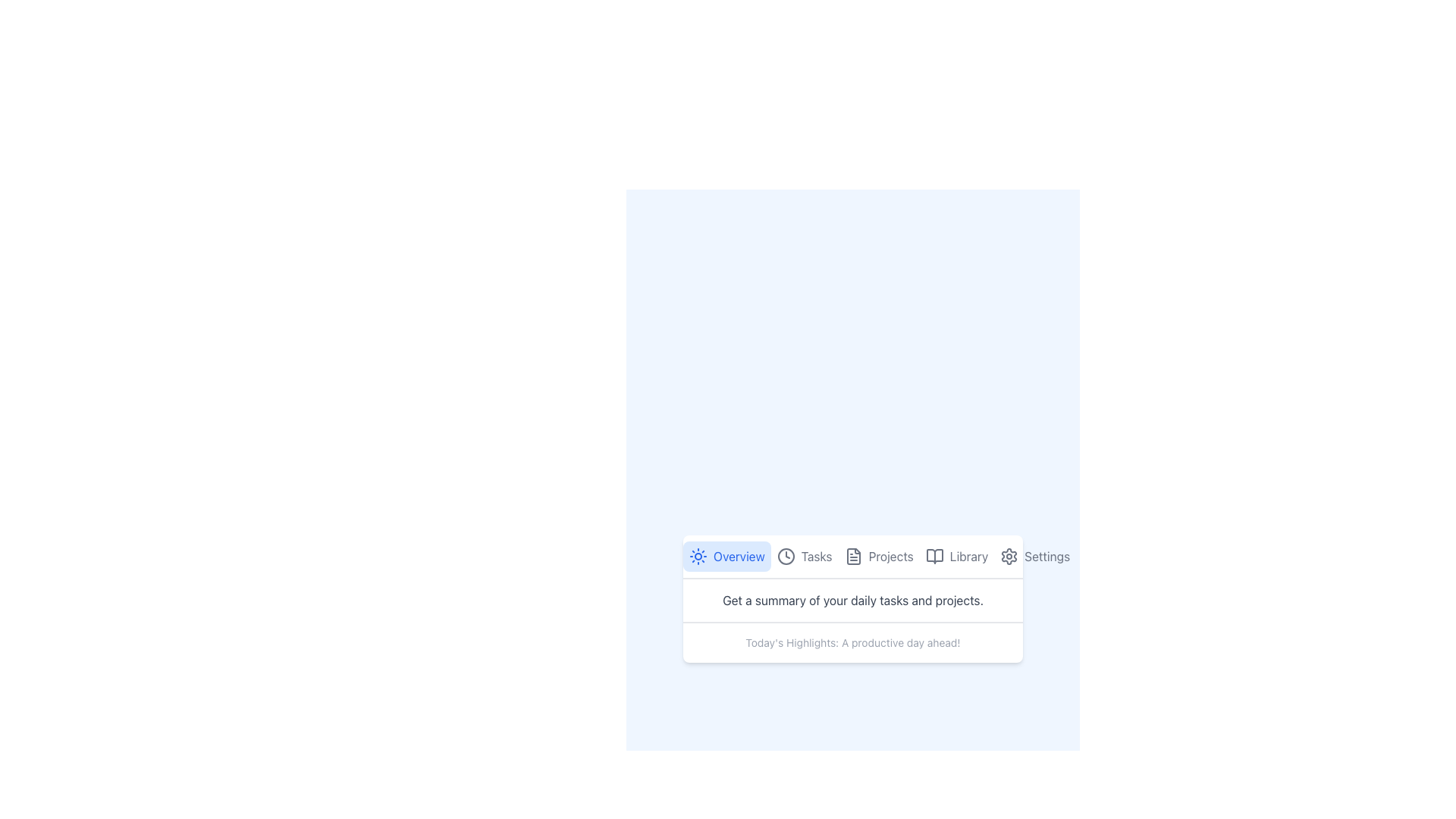 Image resolution: width=1456 pixels, height=819 pixels. Describe the element at coordinates (698, 556) in the screenshot. I see `the Overview icon located in the top-left horizontal navigation bar` at that location.